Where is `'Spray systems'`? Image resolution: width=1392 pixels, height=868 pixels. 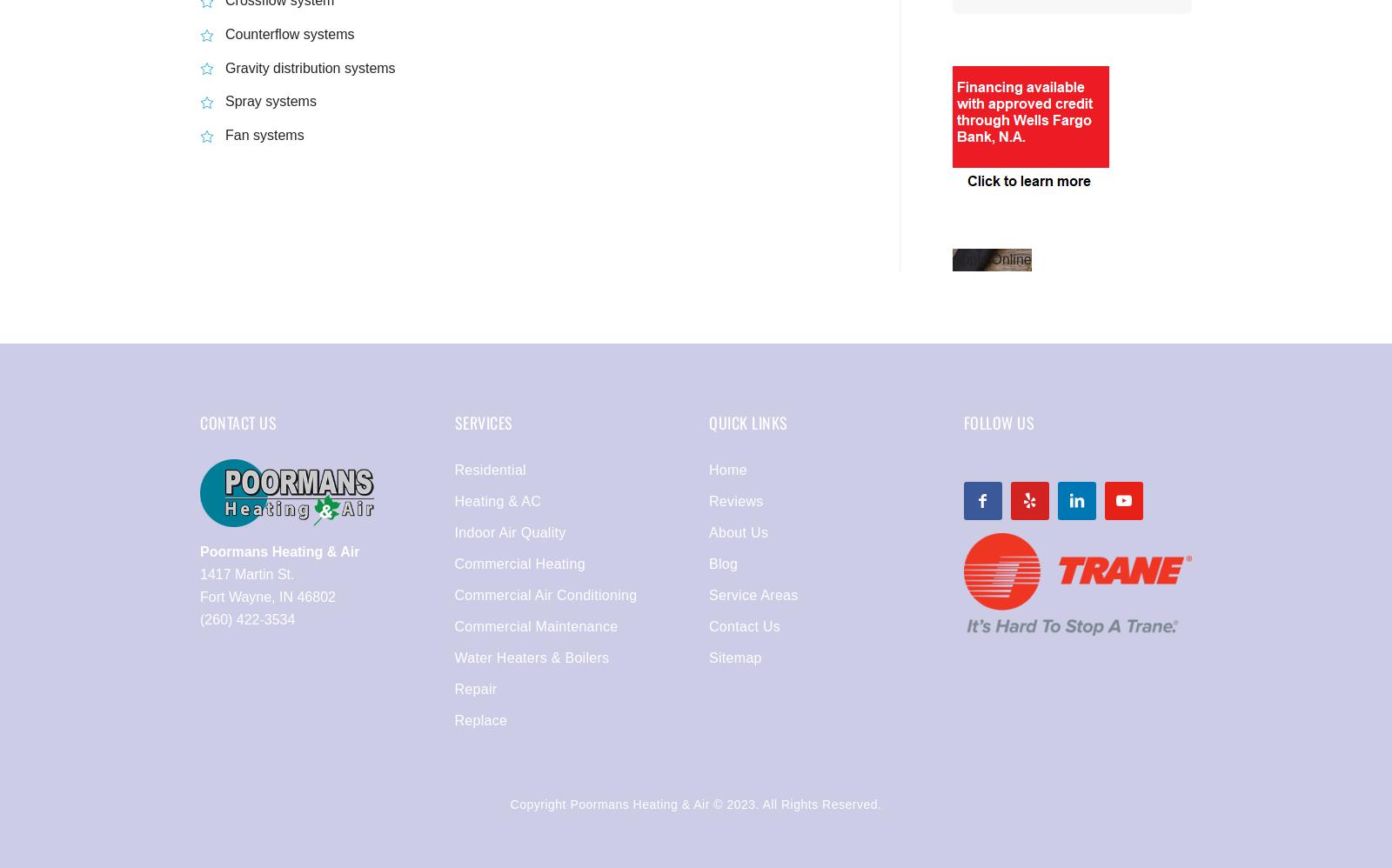 'Spray systems' is located at coordinates (271, 101).